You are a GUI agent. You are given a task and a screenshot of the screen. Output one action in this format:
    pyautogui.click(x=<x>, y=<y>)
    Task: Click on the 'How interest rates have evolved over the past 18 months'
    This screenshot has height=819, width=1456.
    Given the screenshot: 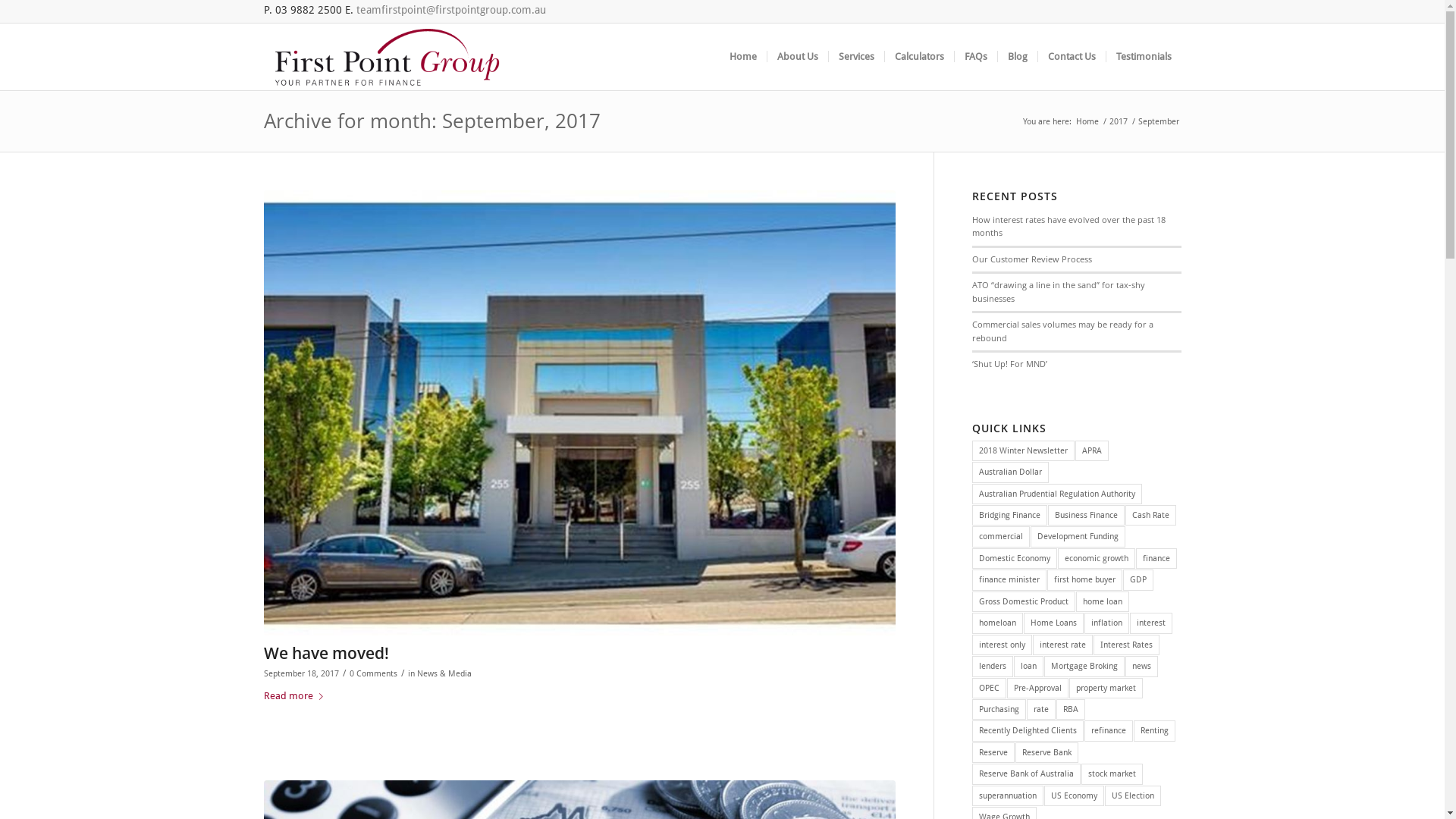 What is the action you would take?
    pyautogui.click(x=1068, y=226)
    